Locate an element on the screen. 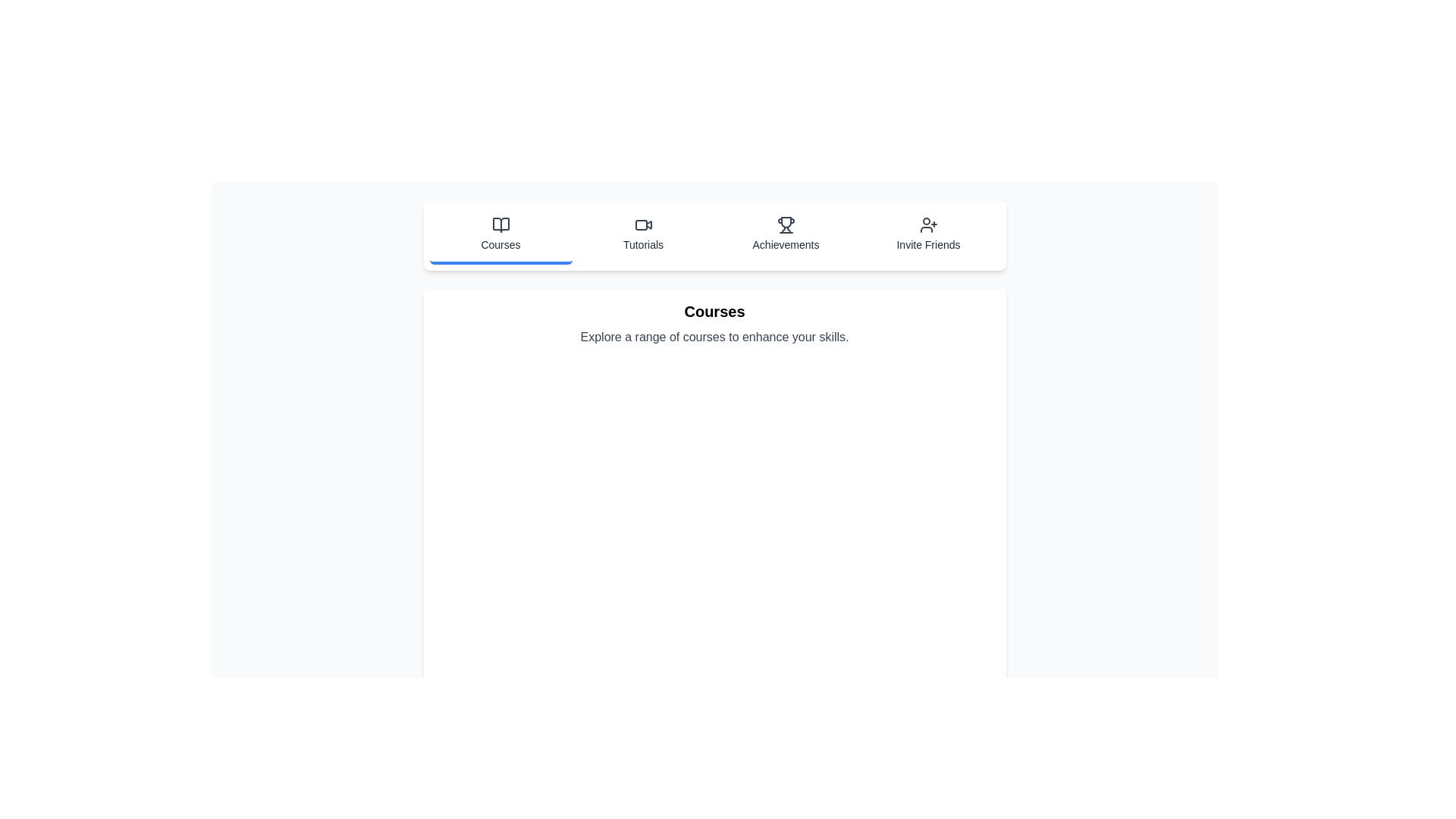 This screenshot has width=1456, height=819. the Navigation Button located on the far-left side of the navigation bar is located at coordinates (500, 236).